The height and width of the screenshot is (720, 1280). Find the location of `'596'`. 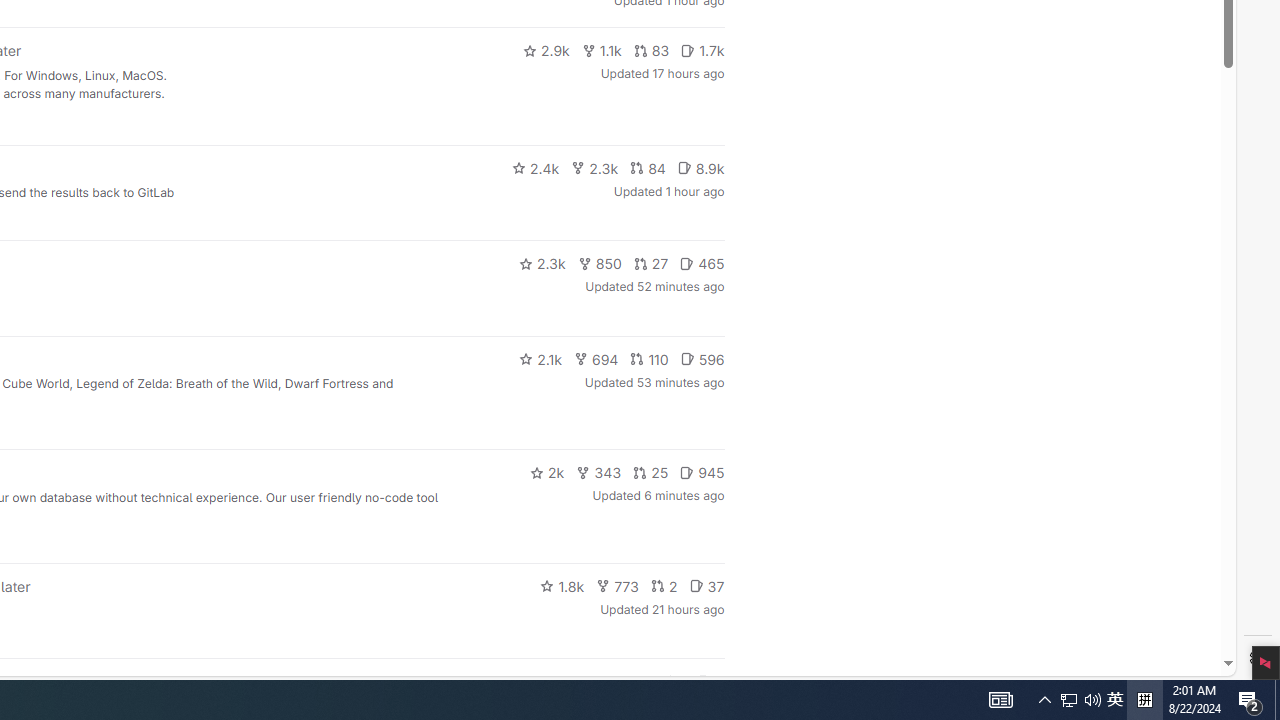

'596' is located at coordinates (702, 357).